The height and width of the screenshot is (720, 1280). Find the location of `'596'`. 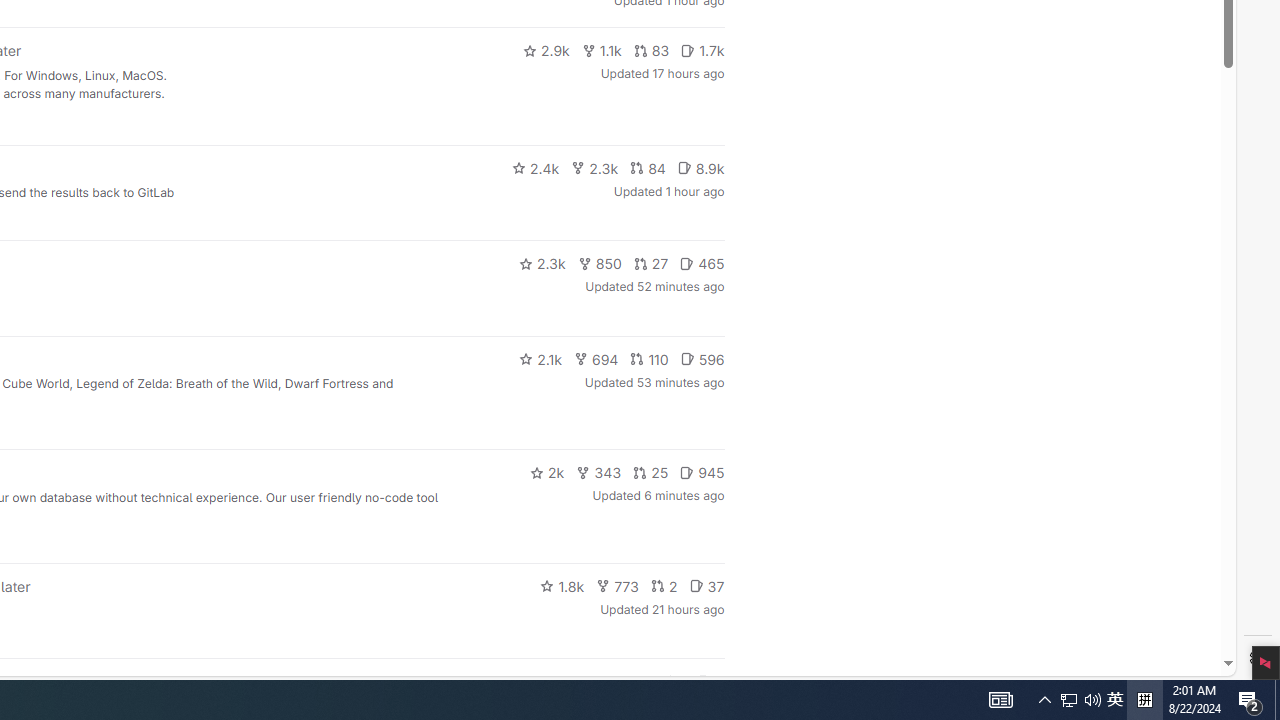

'596' is located at coordinates (702, 357).